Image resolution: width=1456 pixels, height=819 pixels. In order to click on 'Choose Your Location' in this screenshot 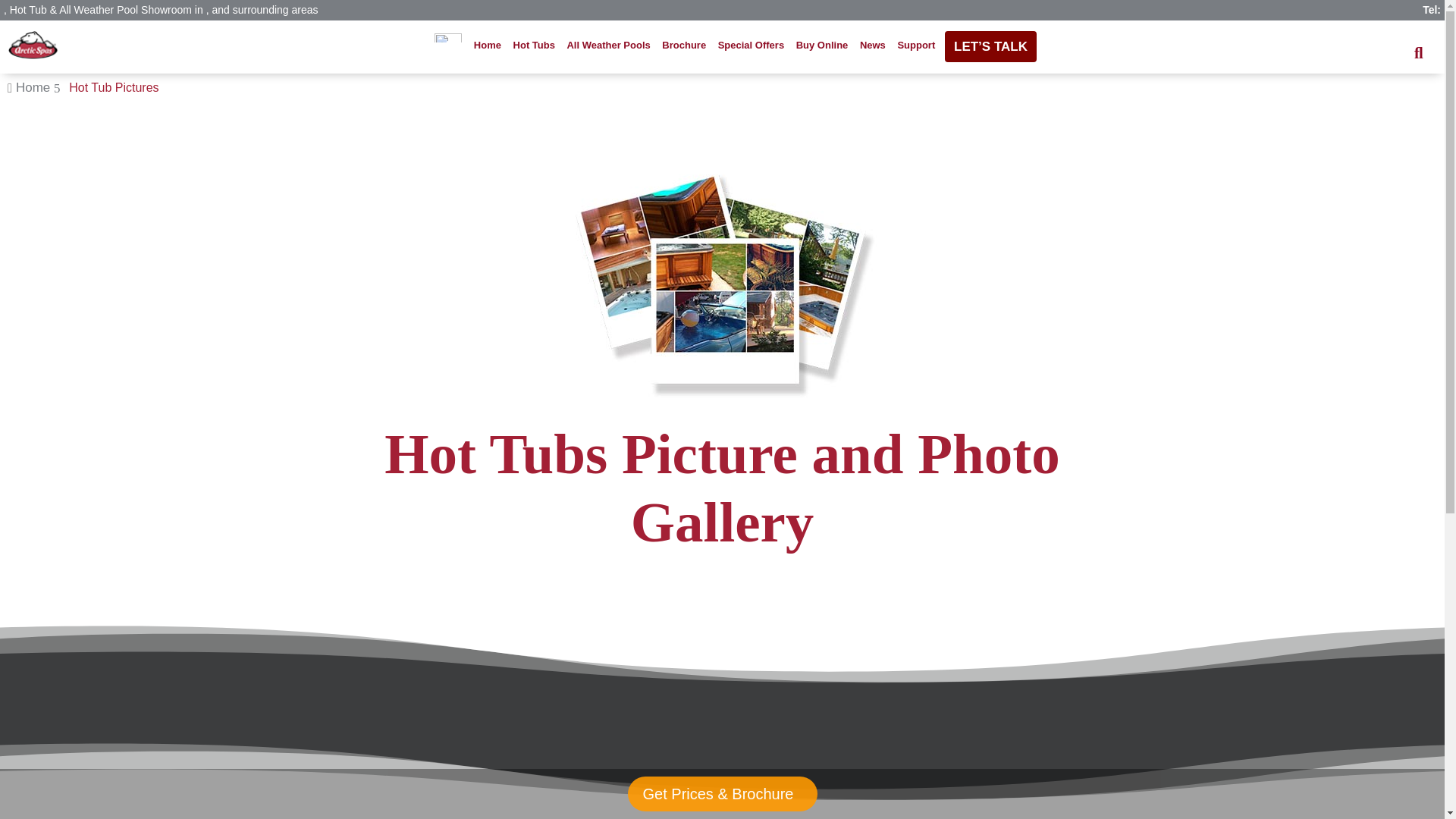, I will do `click(433, 34)`.